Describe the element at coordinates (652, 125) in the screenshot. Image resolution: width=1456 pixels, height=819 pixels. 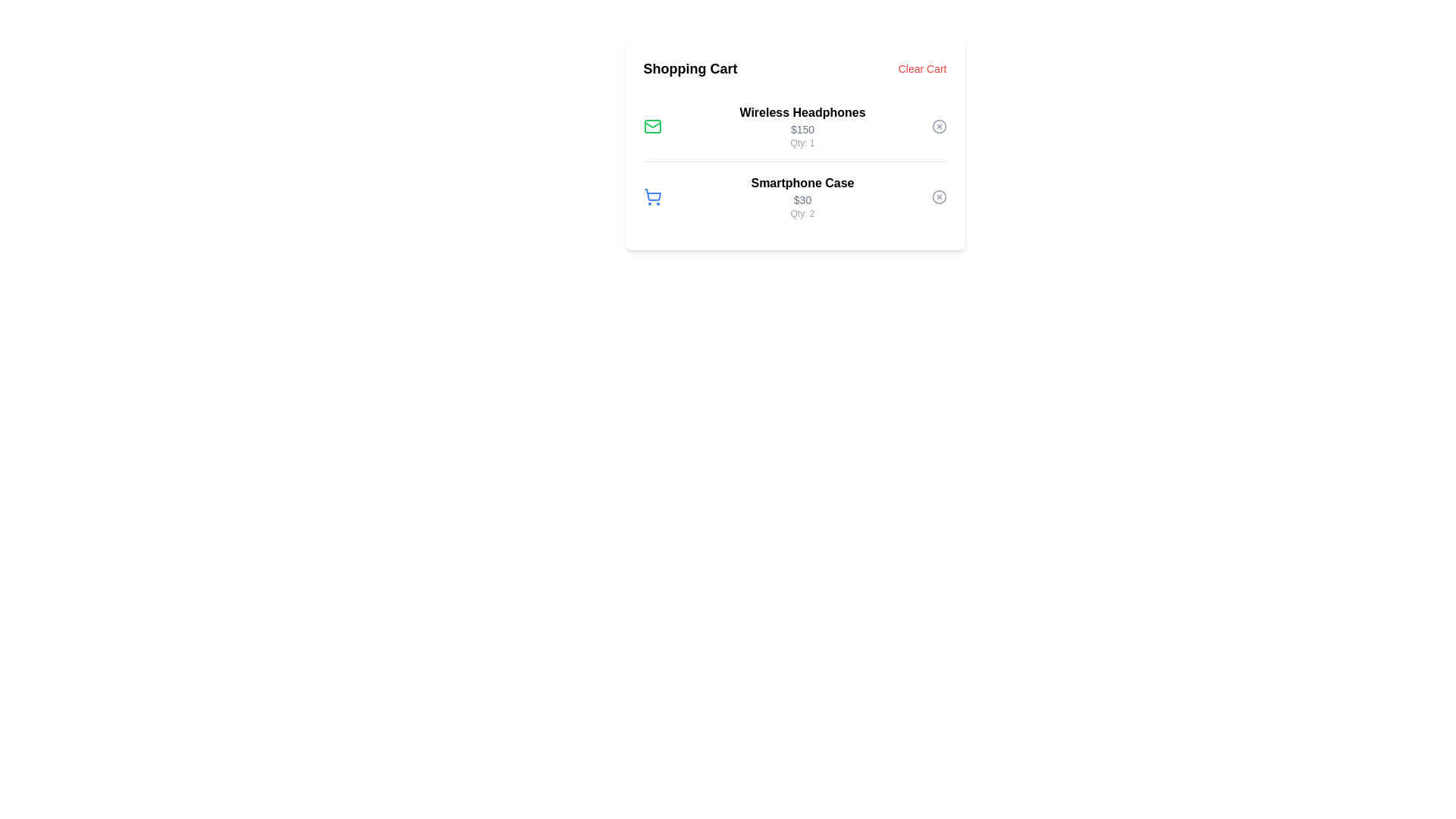
I see `the SVG rectangular shape with rounded corners that is part of the envelope icon located to the left of the 'Wireless Headphones' text in the shopping cart` at that location.